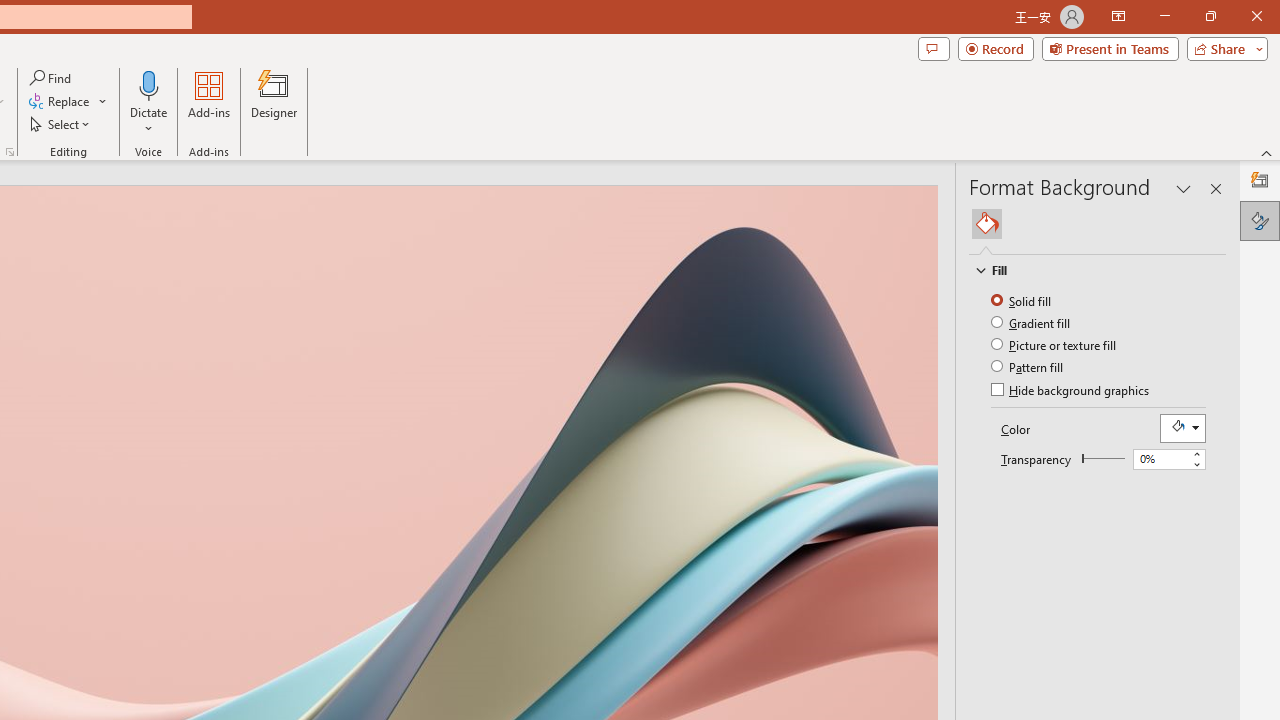 Image resolution: width=1280 pixels, height=720 pixels. Describe the element at coordinates (1102, 458) in the screenshot. I see `'Transparency'` at that location.